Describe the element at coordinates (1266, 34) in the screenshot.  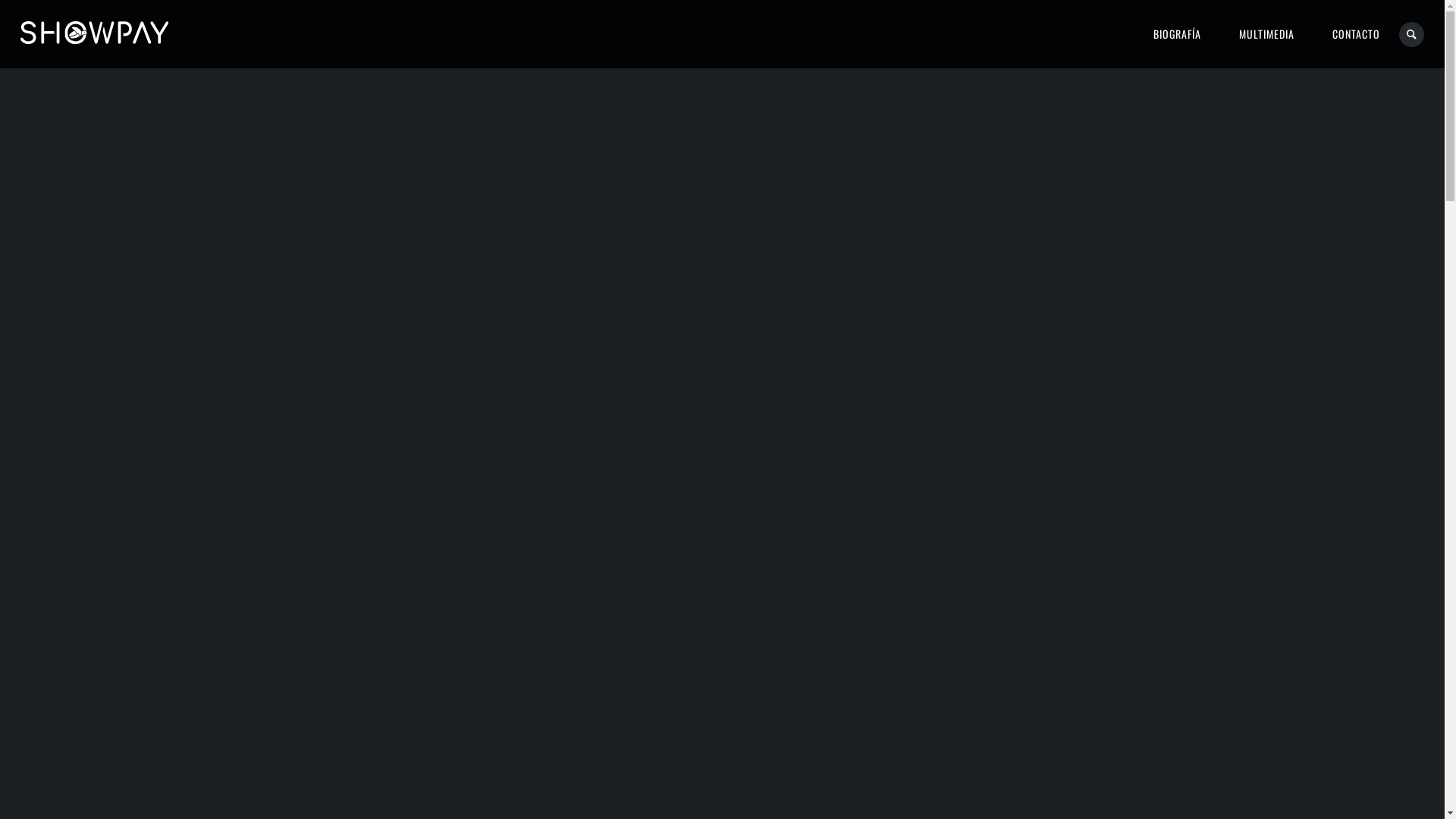
I see `'MULTIMEDIA'` at that location.